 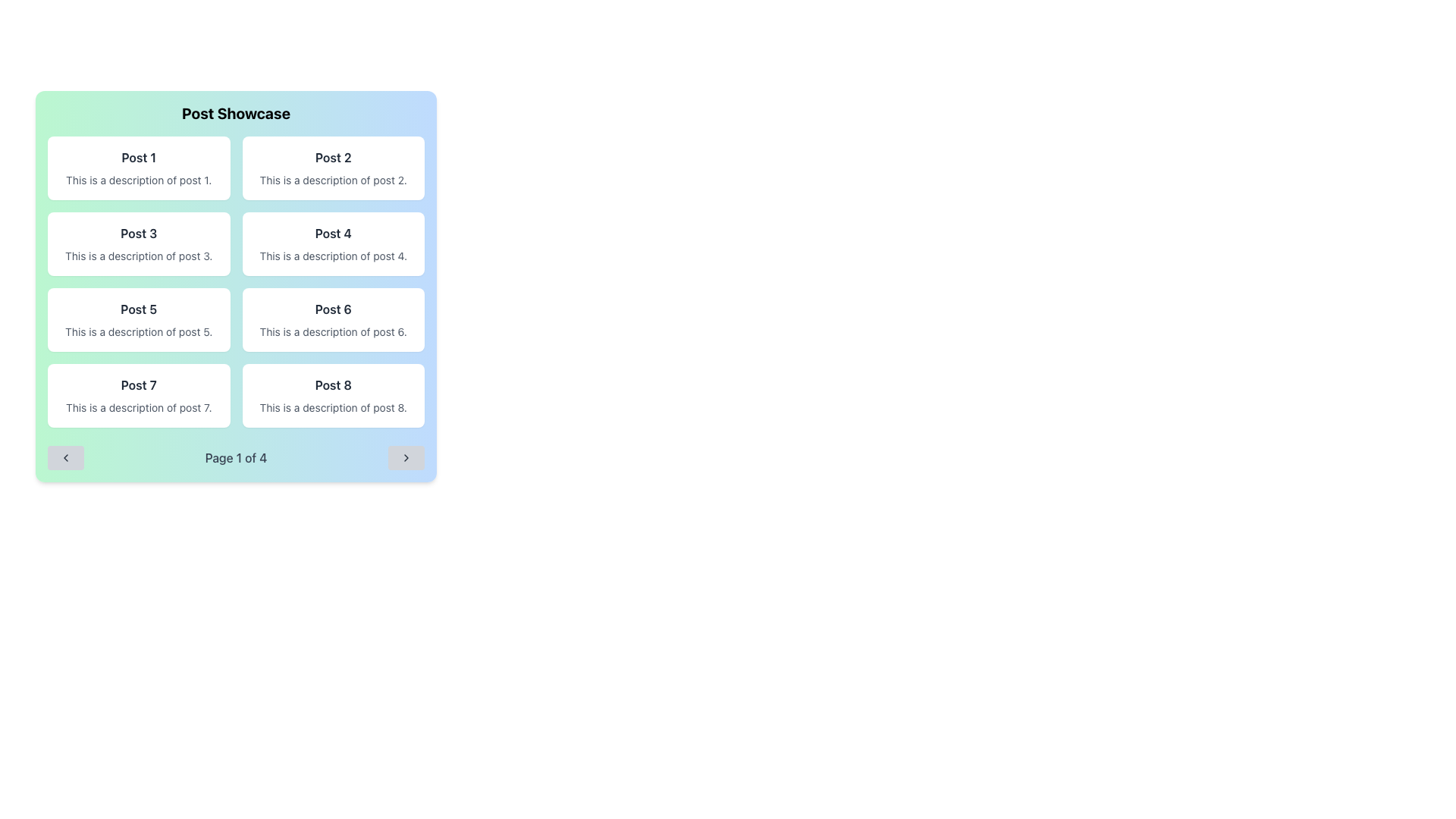 What do you see at coordinates (139, 234) in the screenshot?
I see `the Text Label element that displays 'Post 3' in bold, dark gray font against a white background, located at the top of the card for 'Post 3'` at bounding box center [139, 234].